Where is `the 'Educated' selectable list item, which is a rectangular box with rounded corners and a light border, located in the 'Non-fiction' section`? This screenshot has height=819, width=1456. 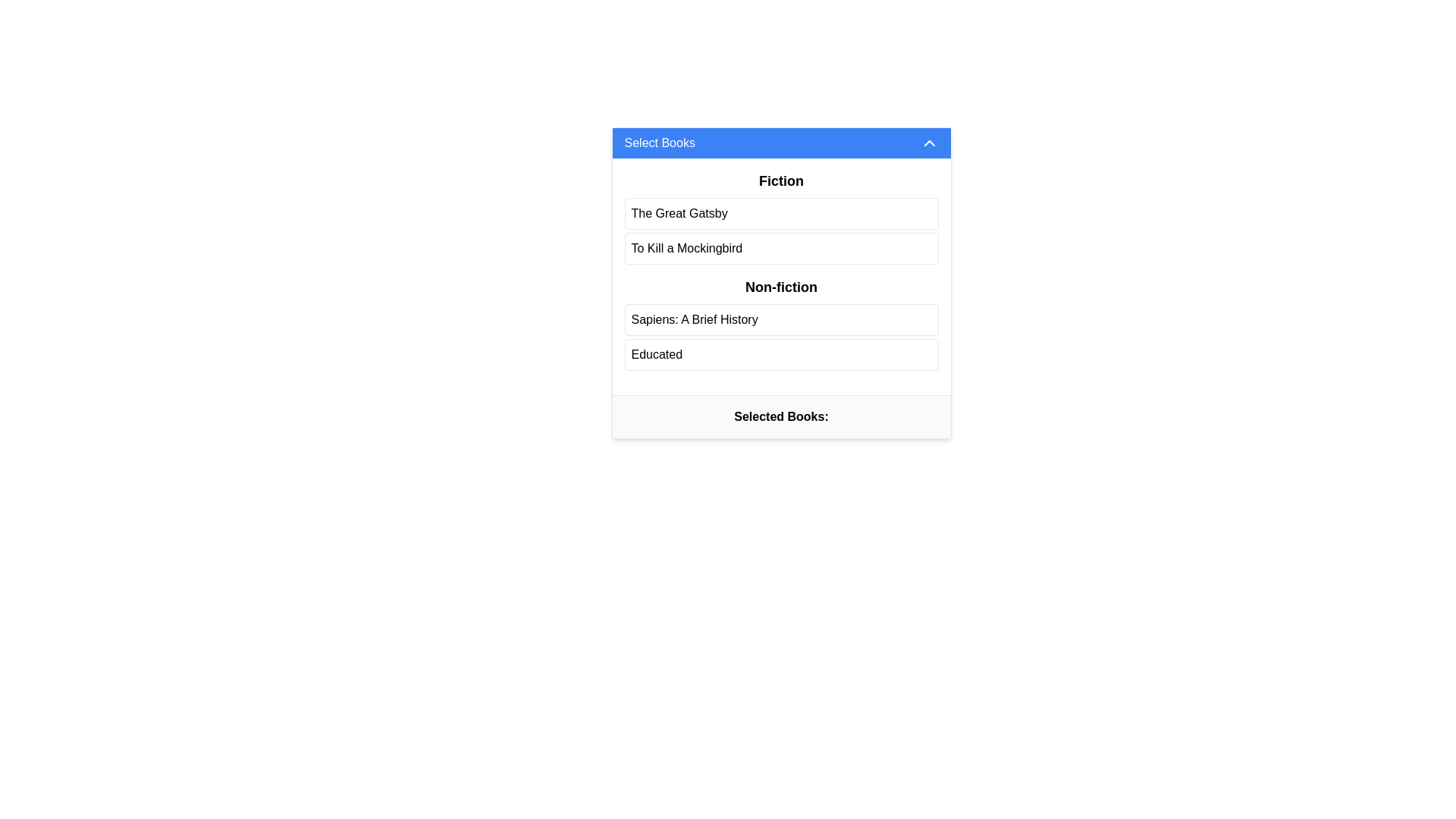
the 'Educated' selectable list item, which is a rectangular box with rounded corners and a light border, located in the 'Non-fiction' section is located at coordinates (781, 354).